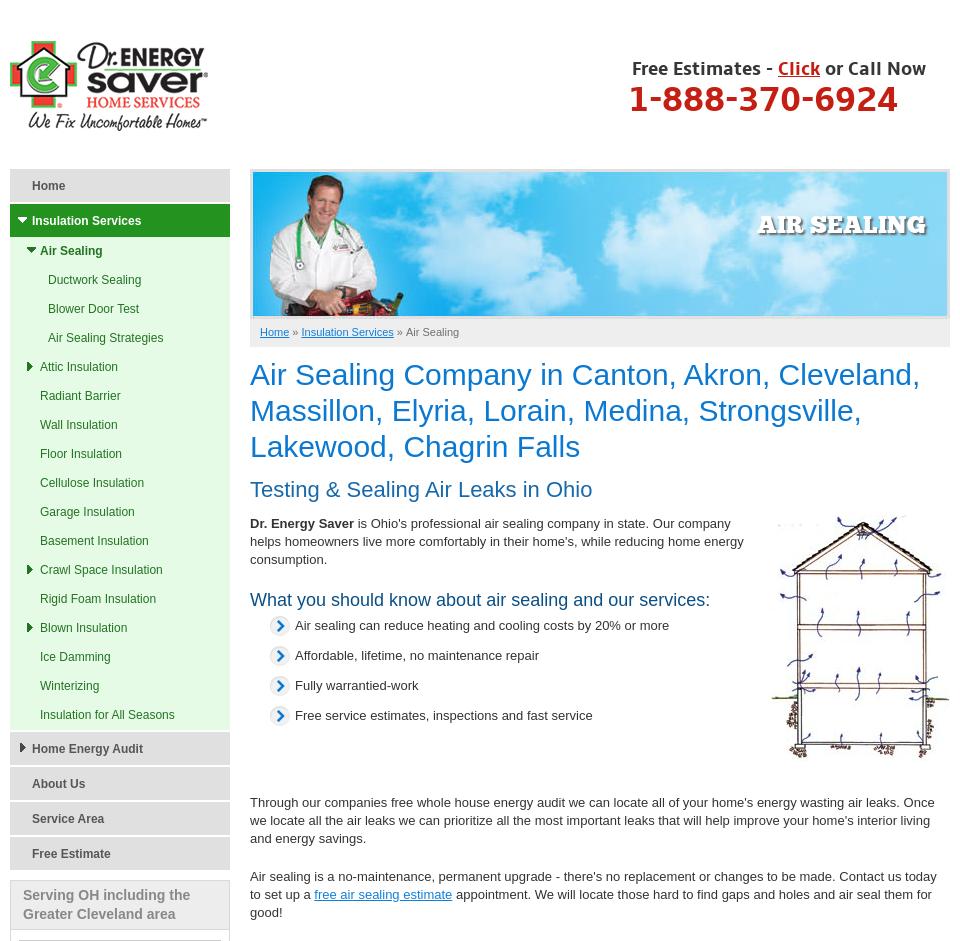 The height and width of the screenshot is (941, 960). Describe the element at coordinates (79, 394) in the screenshot. I see `'Radiant Barrier'` at that location.